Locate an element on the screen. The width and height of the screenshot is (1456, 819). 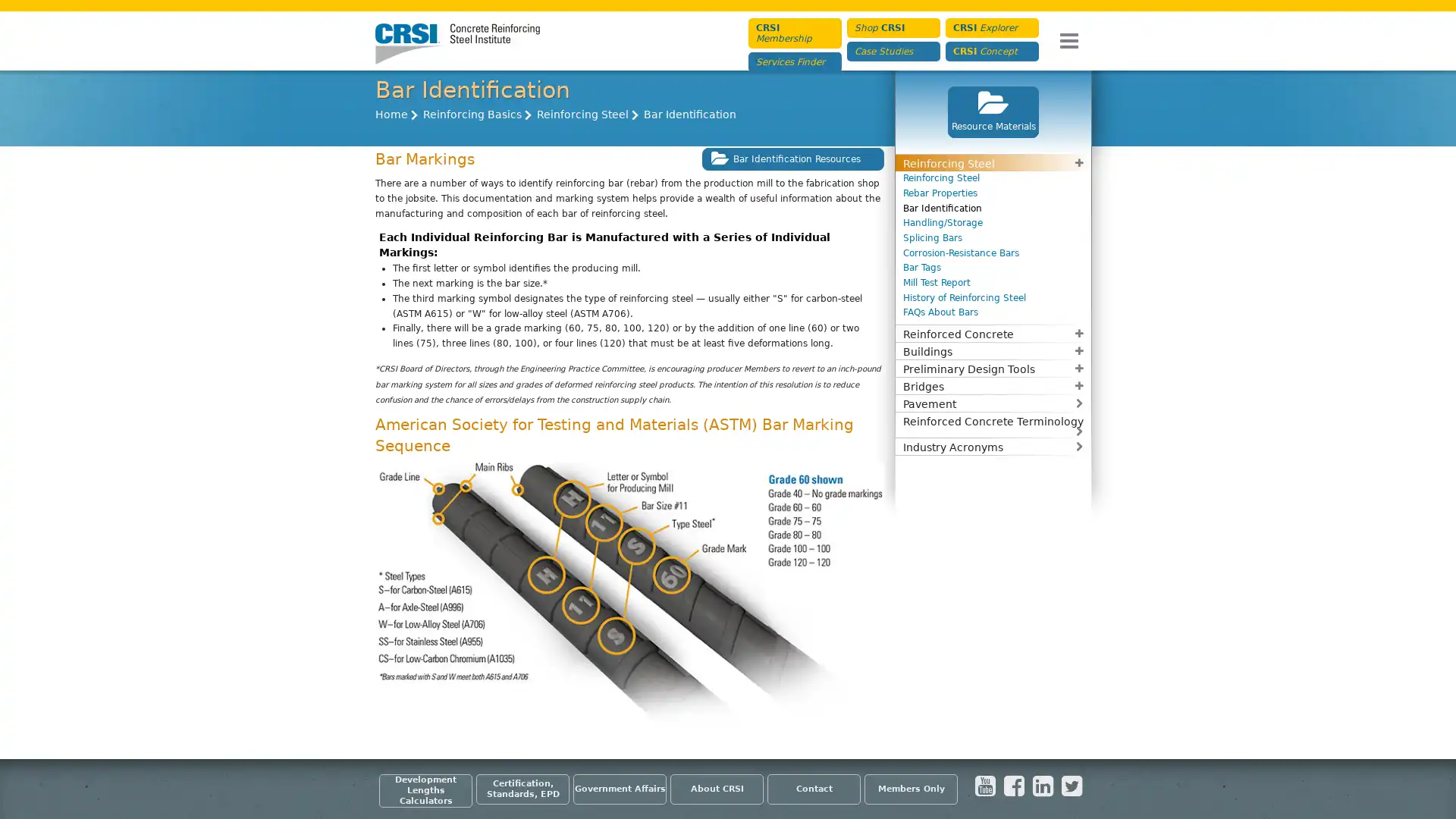
Shop CRSI is located at coordinates (893, 28).